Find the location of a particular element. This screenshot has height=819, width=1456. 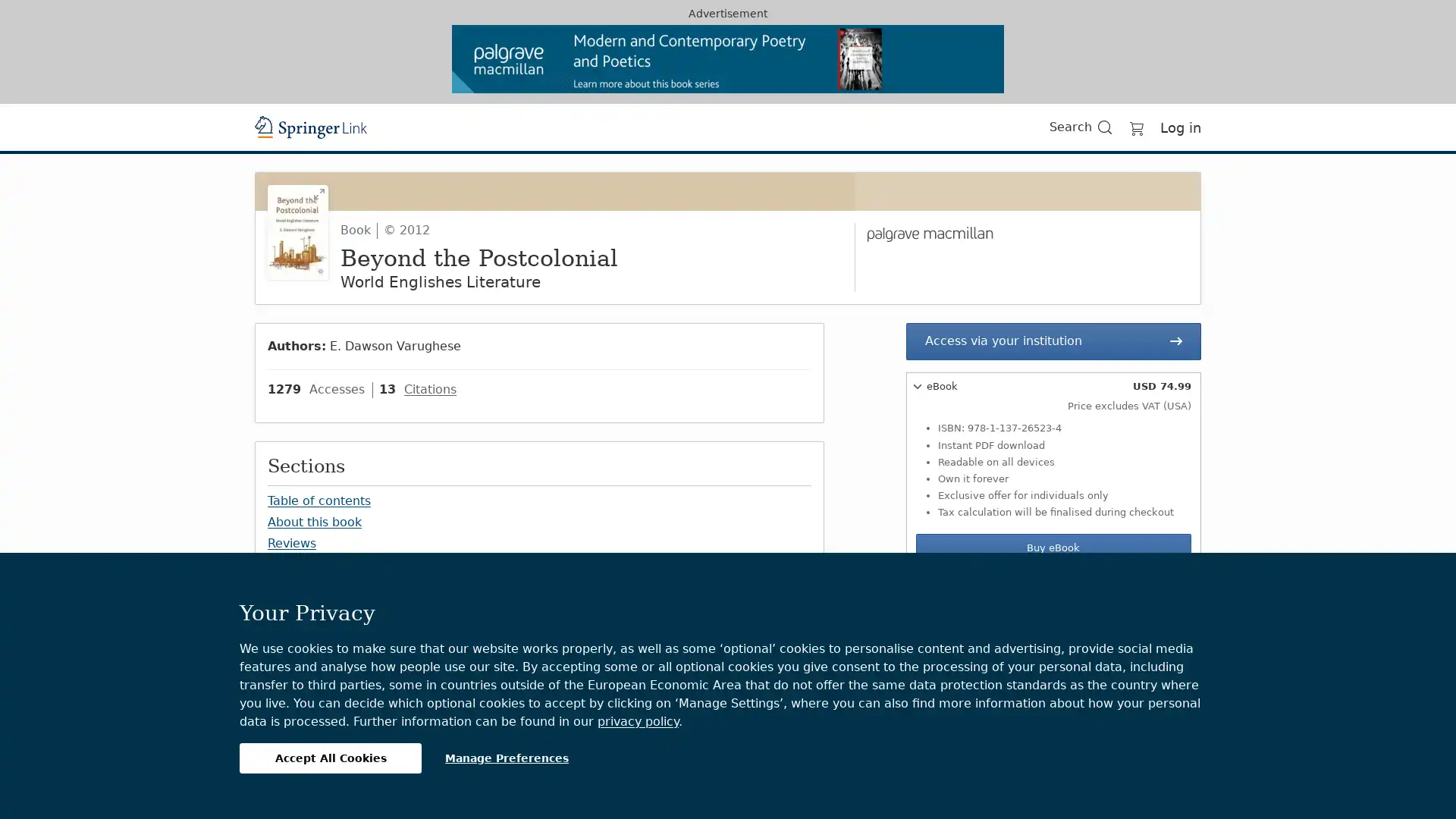

eBook USD 74.99 is located at coordinates (1052, 385).